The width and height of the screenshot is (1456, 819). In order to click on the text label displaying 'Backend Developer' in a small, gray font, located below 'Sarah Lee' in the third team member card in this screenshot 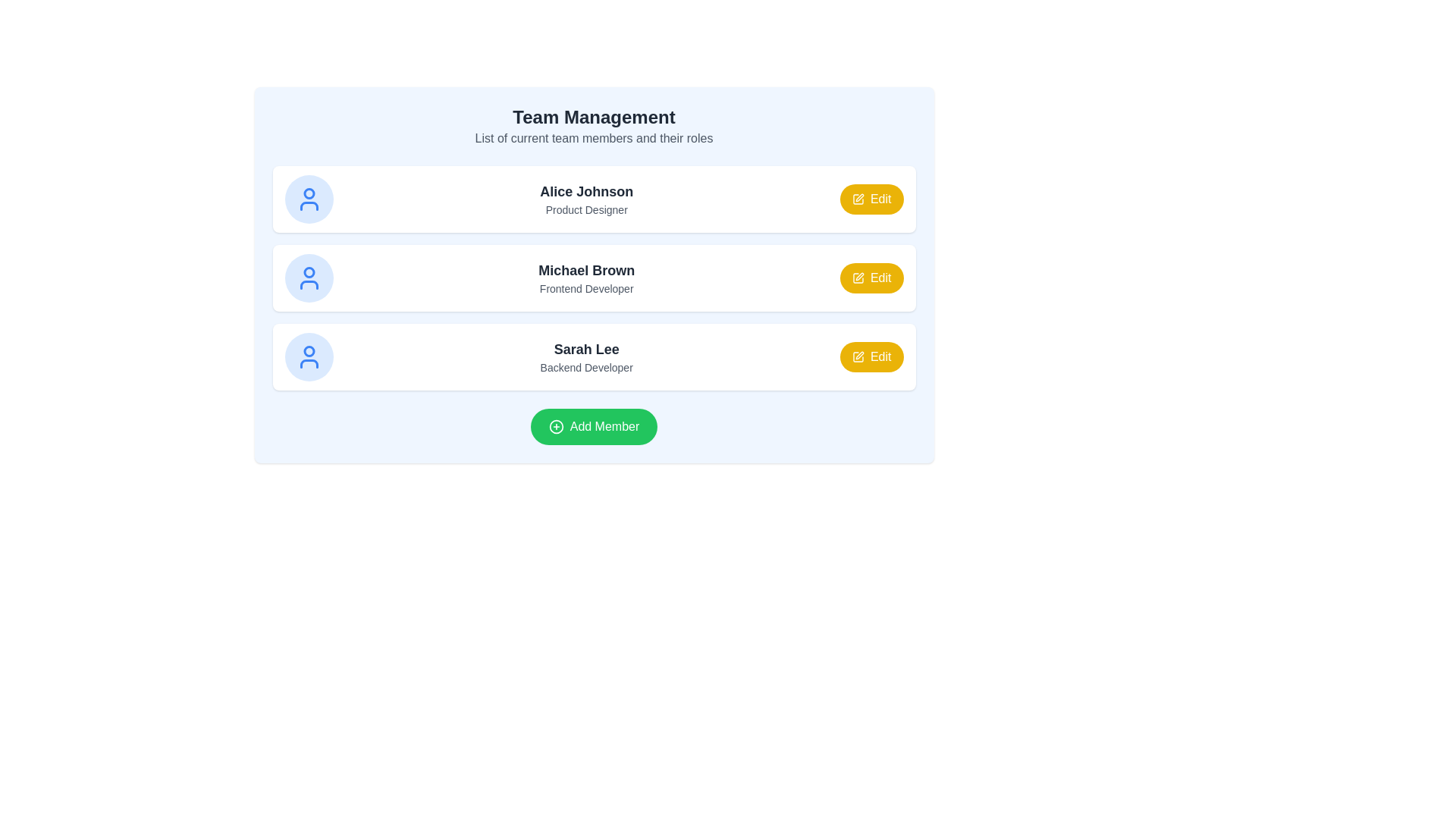, I will do `click(585, 368)`.